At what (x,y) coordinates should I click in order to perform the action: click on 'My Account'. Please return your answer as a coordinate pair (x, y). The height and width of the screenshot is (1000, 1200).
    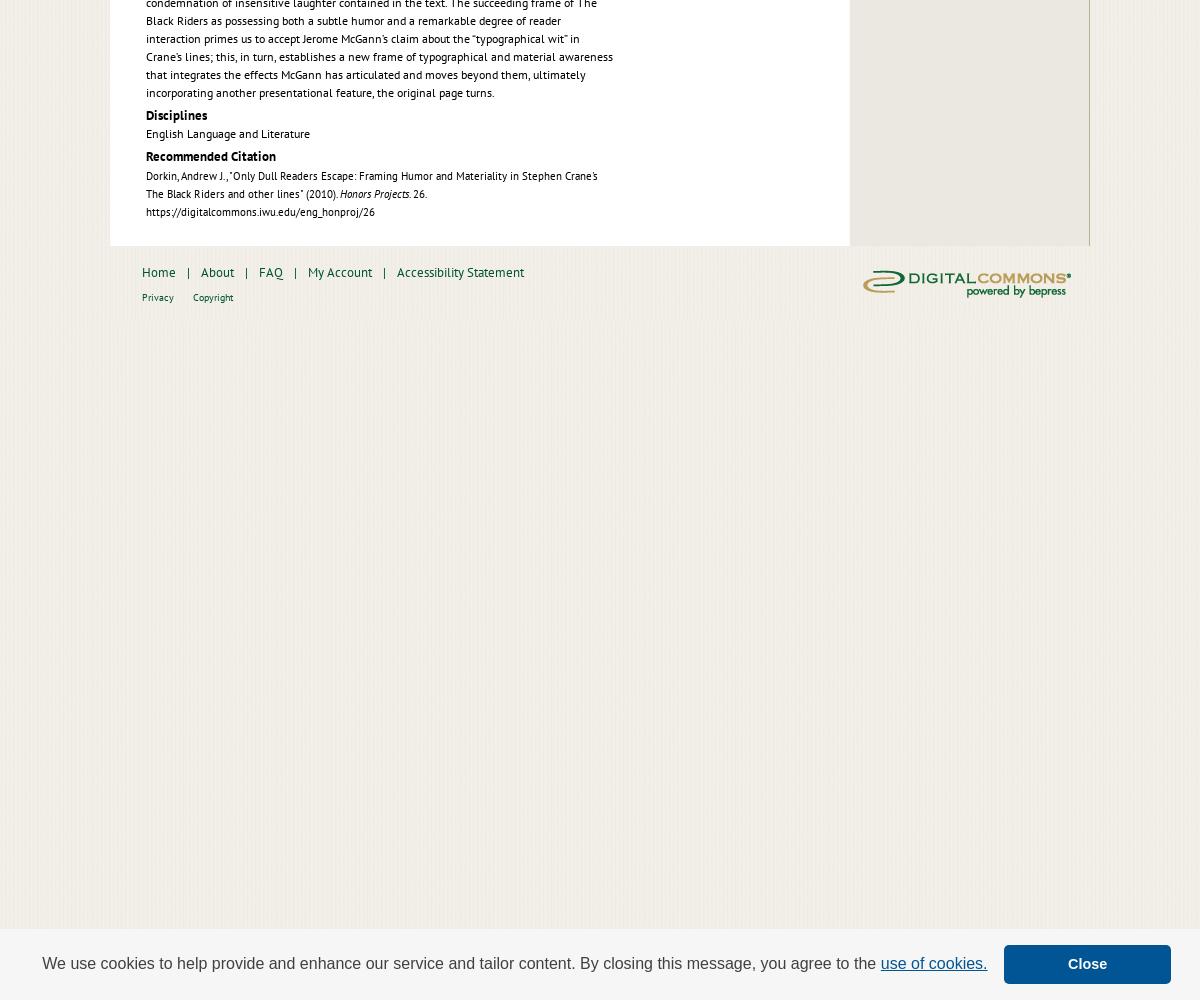
    Looking at the image, I should click on (339, 271).